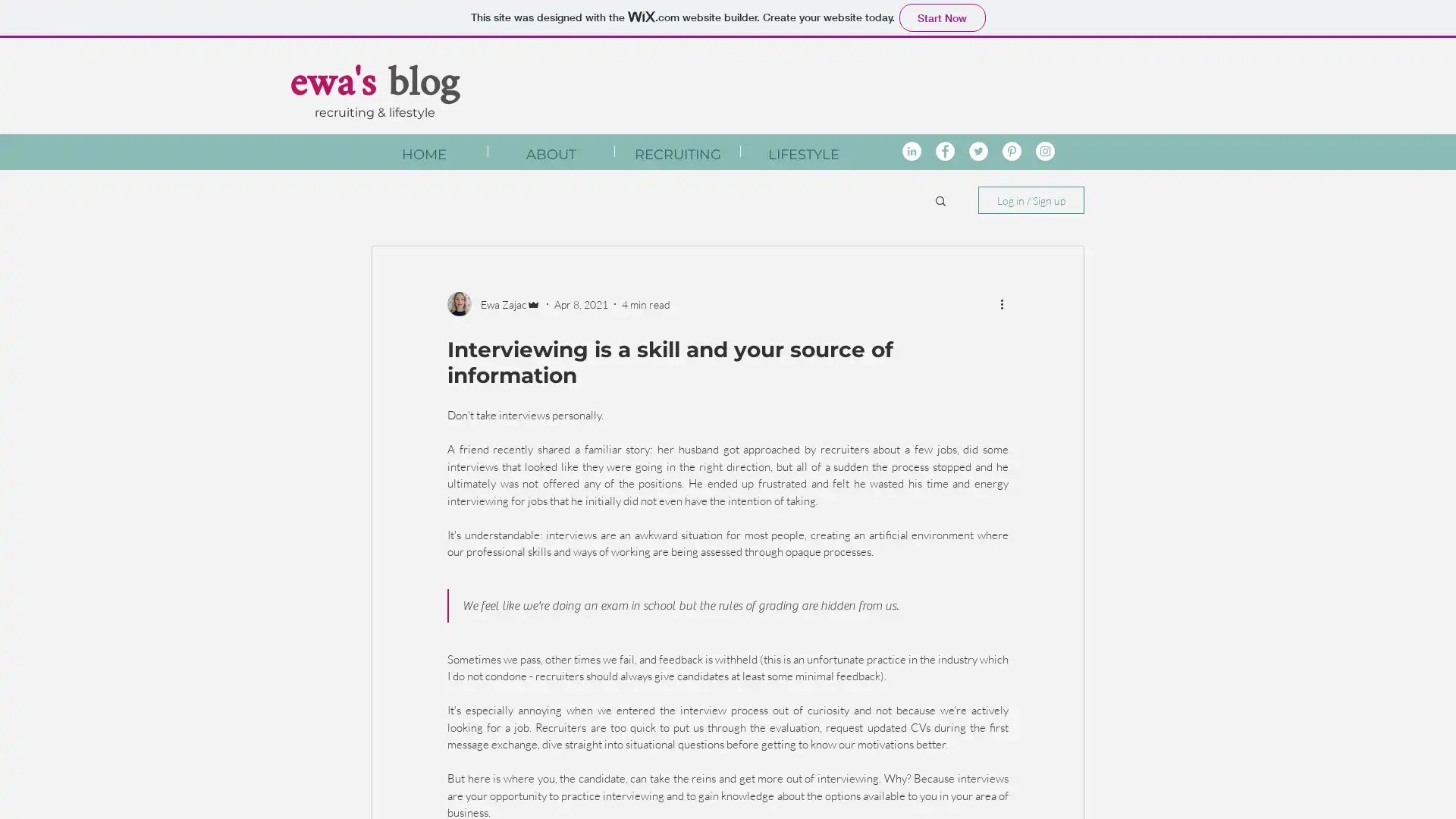 This screenshot has width=1456, height=819. What do you see at coordinates (1031, 199) in the screenshot?
I see `Log in / Sign up` at bounding box center [1031, 199].